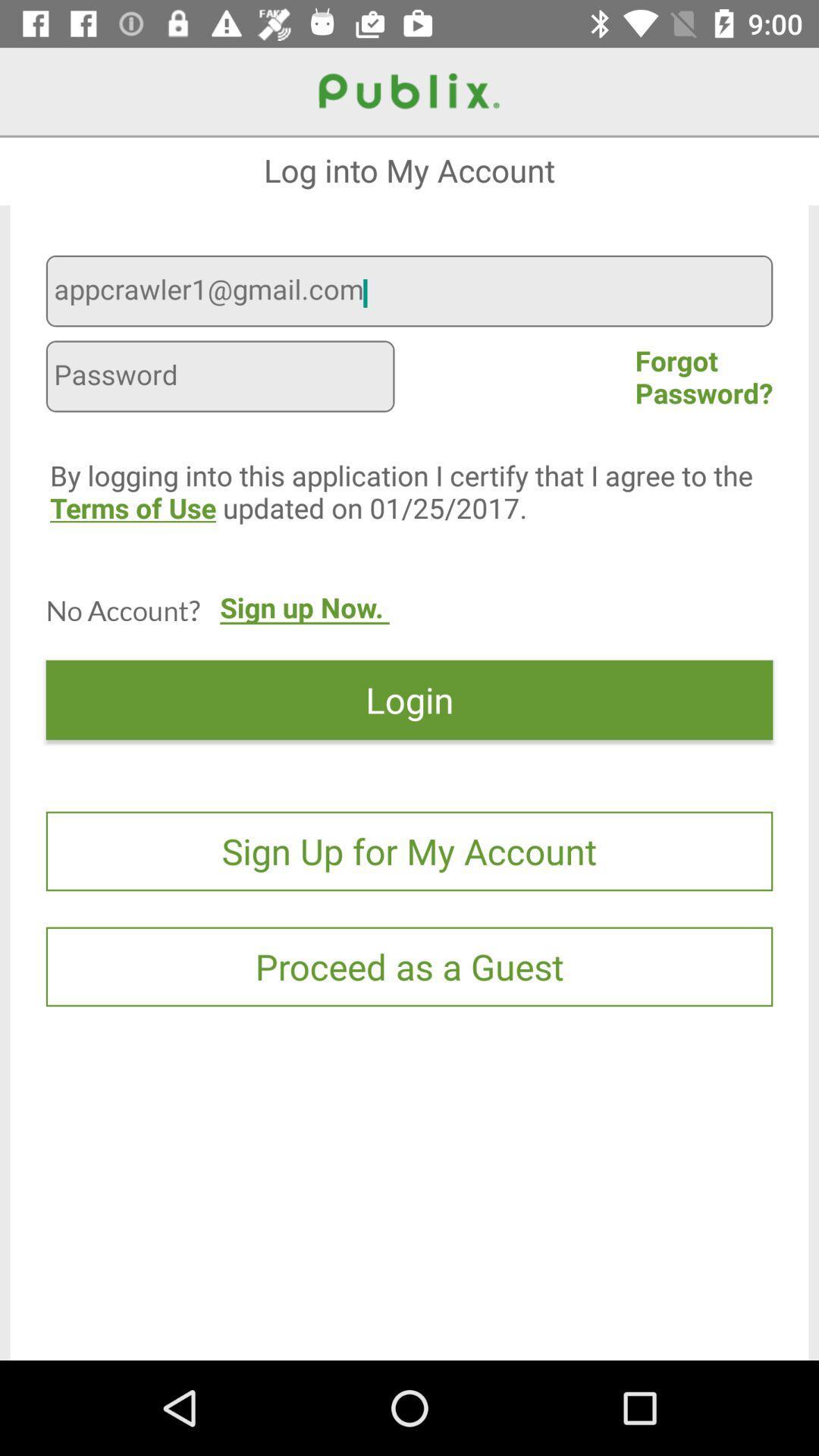 The width and height of the screenshot is (819, 1456). Describe the element at coordinates (419, 524) in the screenshot. I see `by logging into` at that location.